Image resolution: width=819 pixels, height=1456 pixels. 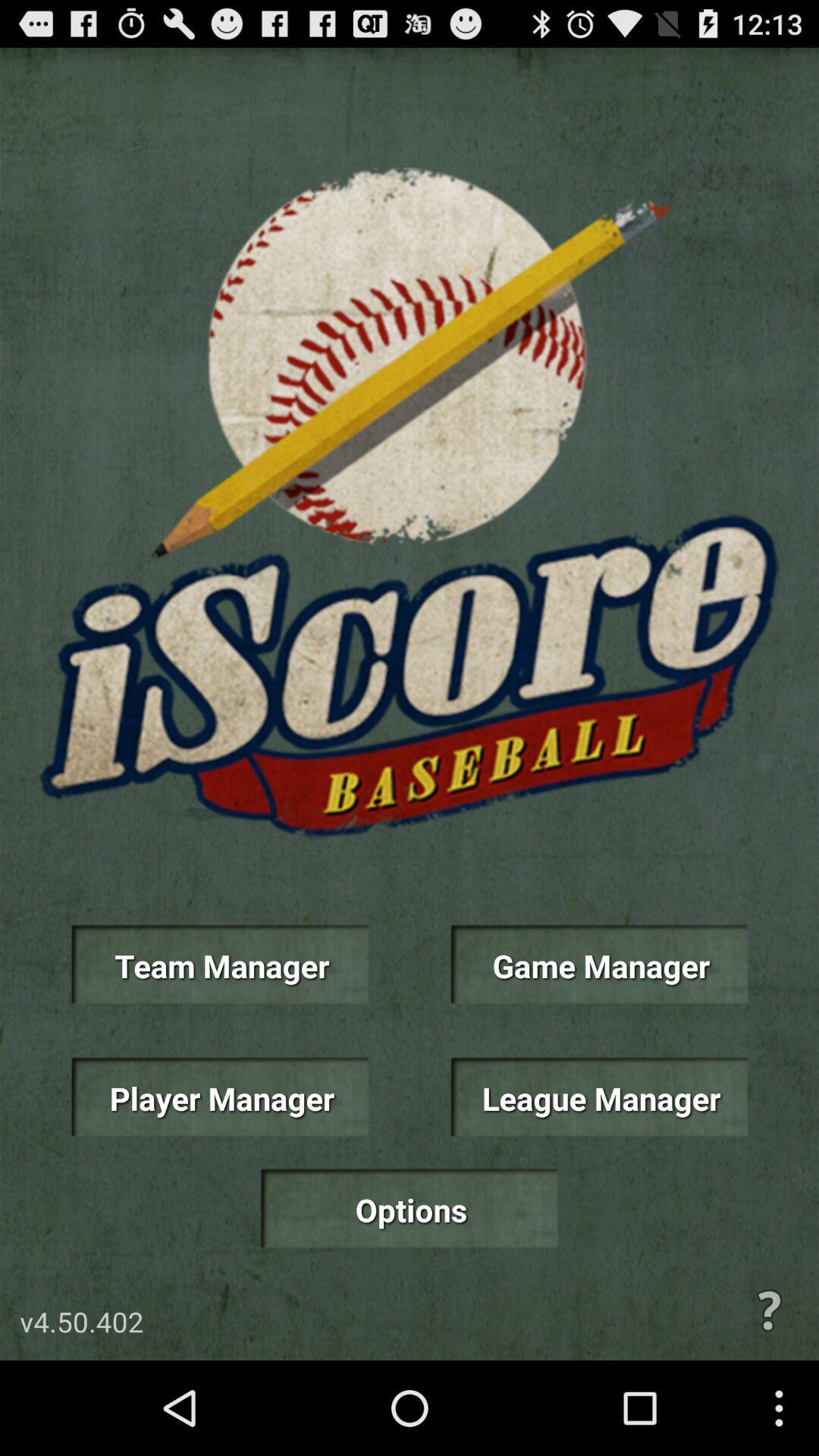 I want to click on the game manager, so click(x=598, y=964).